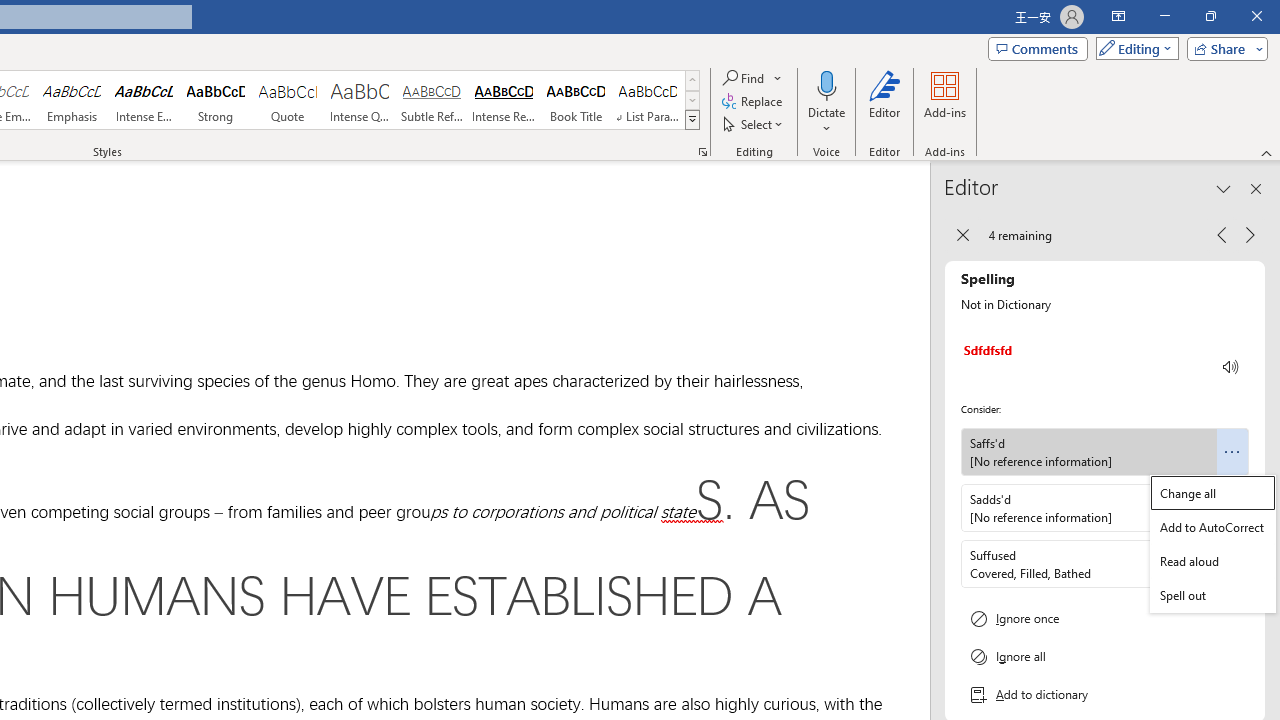 Image resolution: width=1280 pixels, height=720 pixels. I want to click on 'Add to AutoCorrect', so click(1211, 526).